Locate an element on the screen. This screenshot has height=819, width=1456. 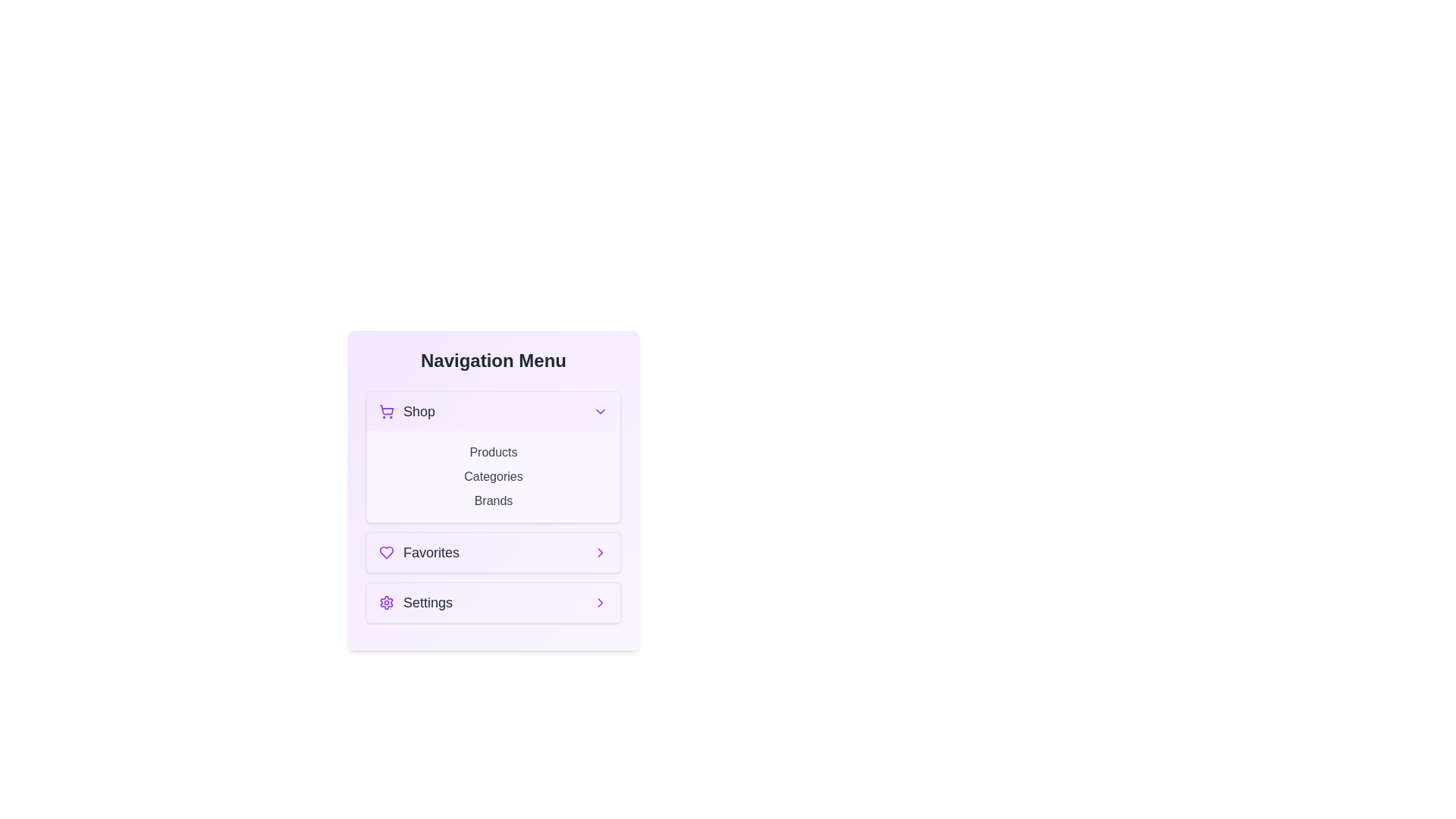
the heart-shaped icon representing favorites located to the left of the 'Favorites' label in the navigation menu is located at coordinates (385, 553).